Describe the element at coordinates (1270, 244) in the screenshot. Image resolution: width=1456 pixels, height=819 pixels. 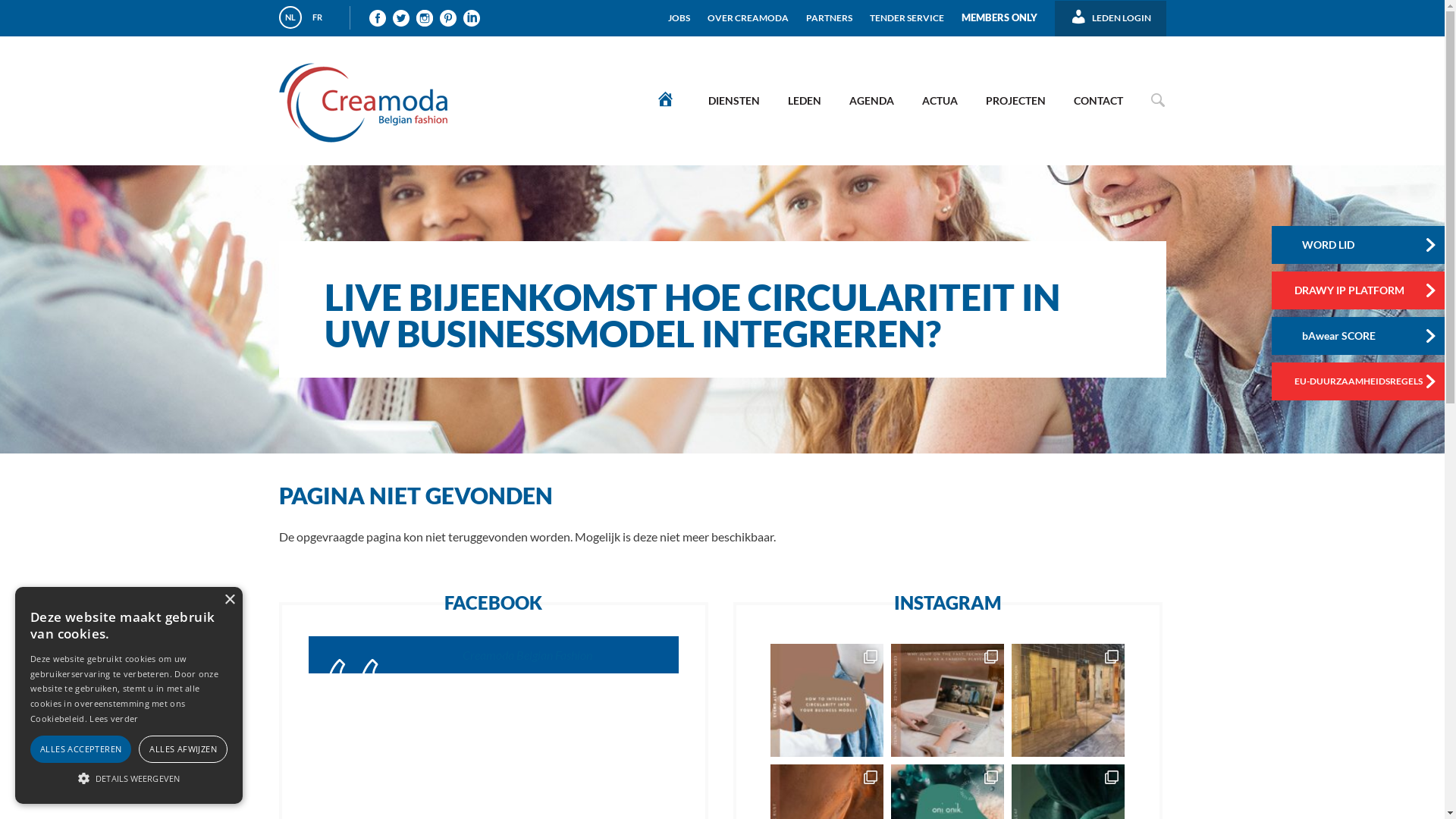
I see `'WORD LID'` at that location.